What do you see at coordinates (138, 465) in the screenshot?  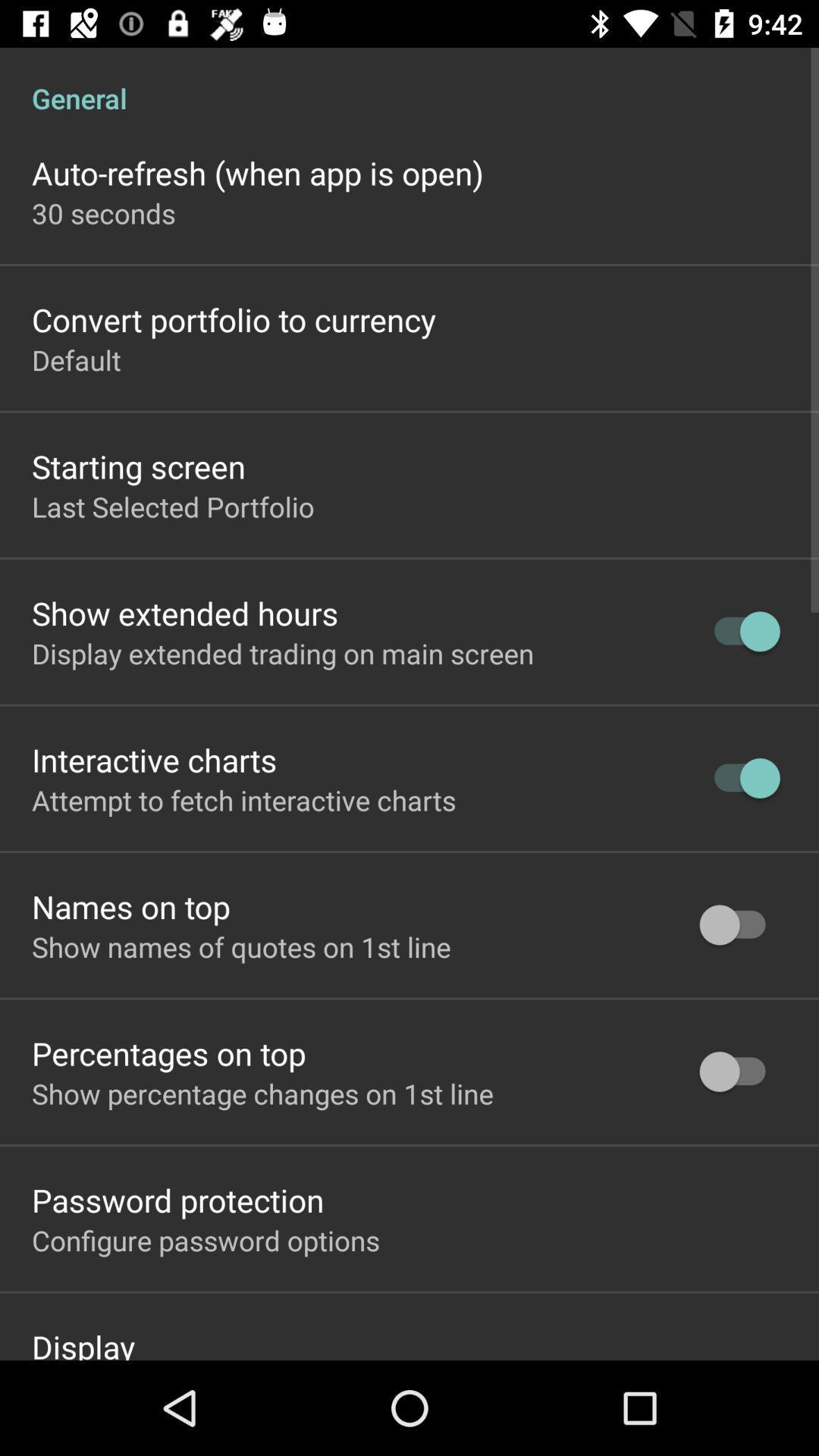 I see `app above last selected portfolio` at bounding box center [138, 465].